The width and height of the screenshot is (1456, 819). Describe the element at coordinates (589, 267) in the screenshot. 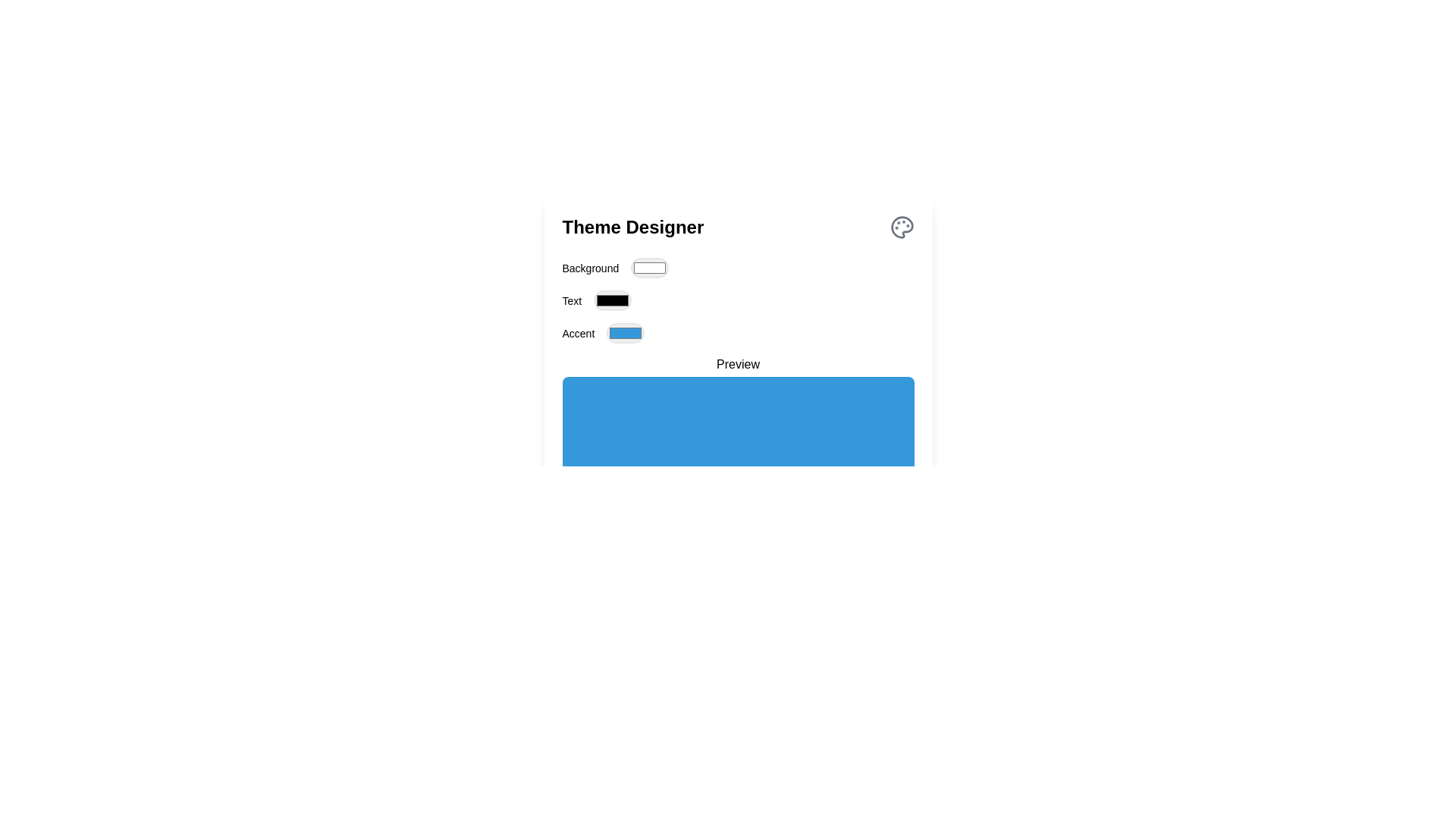

I see `the Text Label that describes the purpose of the adjacent color selection component located under the 'Theme Designer' title` at that location.